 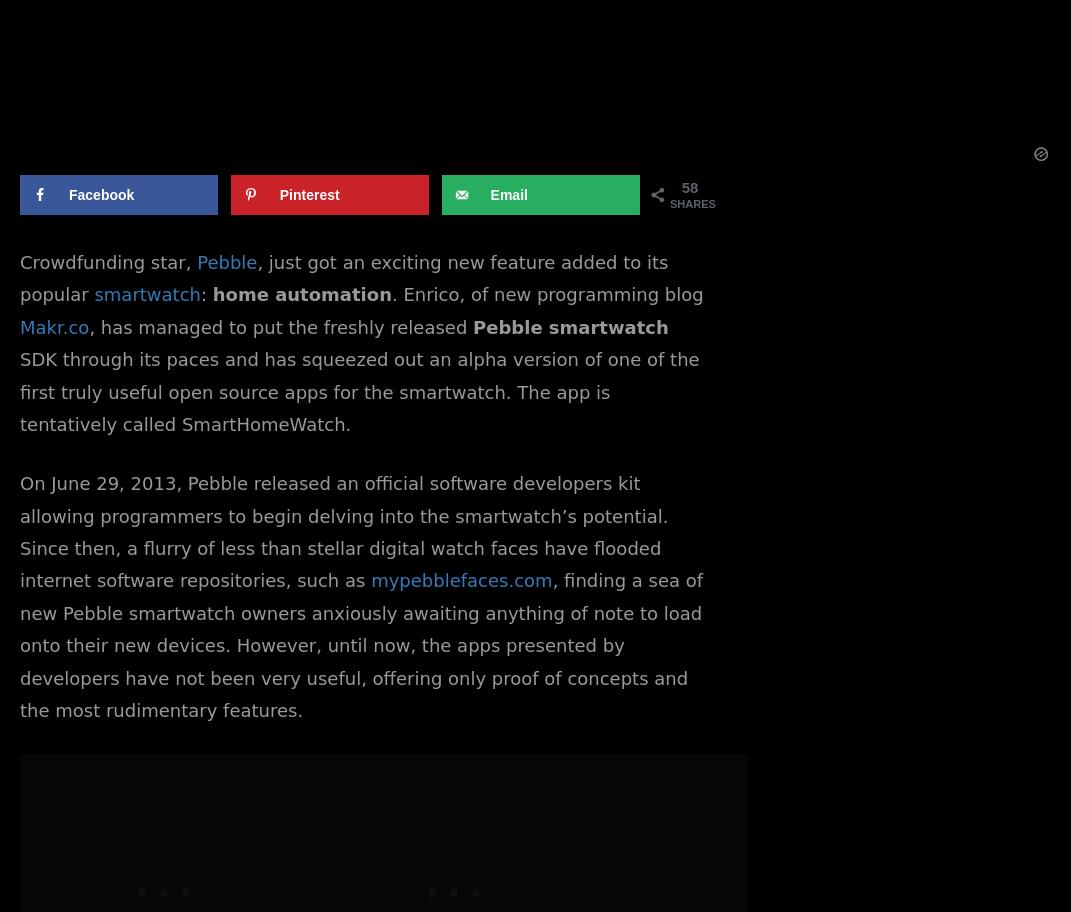 What do you see at coordinates (226, 261) in the screenshot?
I see `'Pebble'` at bounding box center [226, 261].